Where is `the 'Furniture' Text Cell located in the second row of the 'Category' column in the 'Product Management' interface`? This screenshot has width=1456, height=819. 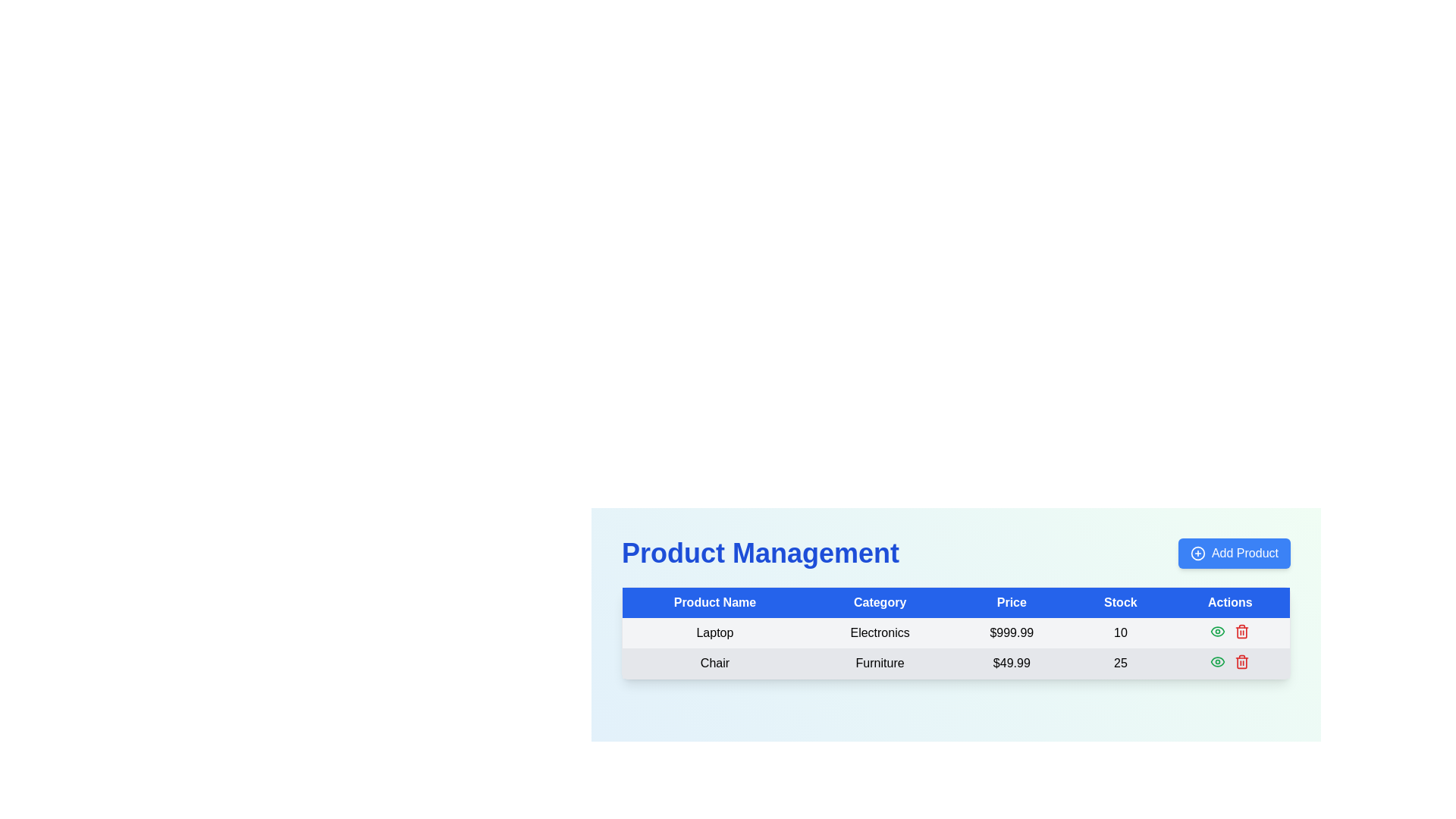 the 'Furniture' Text Cell located in the second row of the 'Category' column in the 'Product Management' interface is located at coordinates (880, 663).